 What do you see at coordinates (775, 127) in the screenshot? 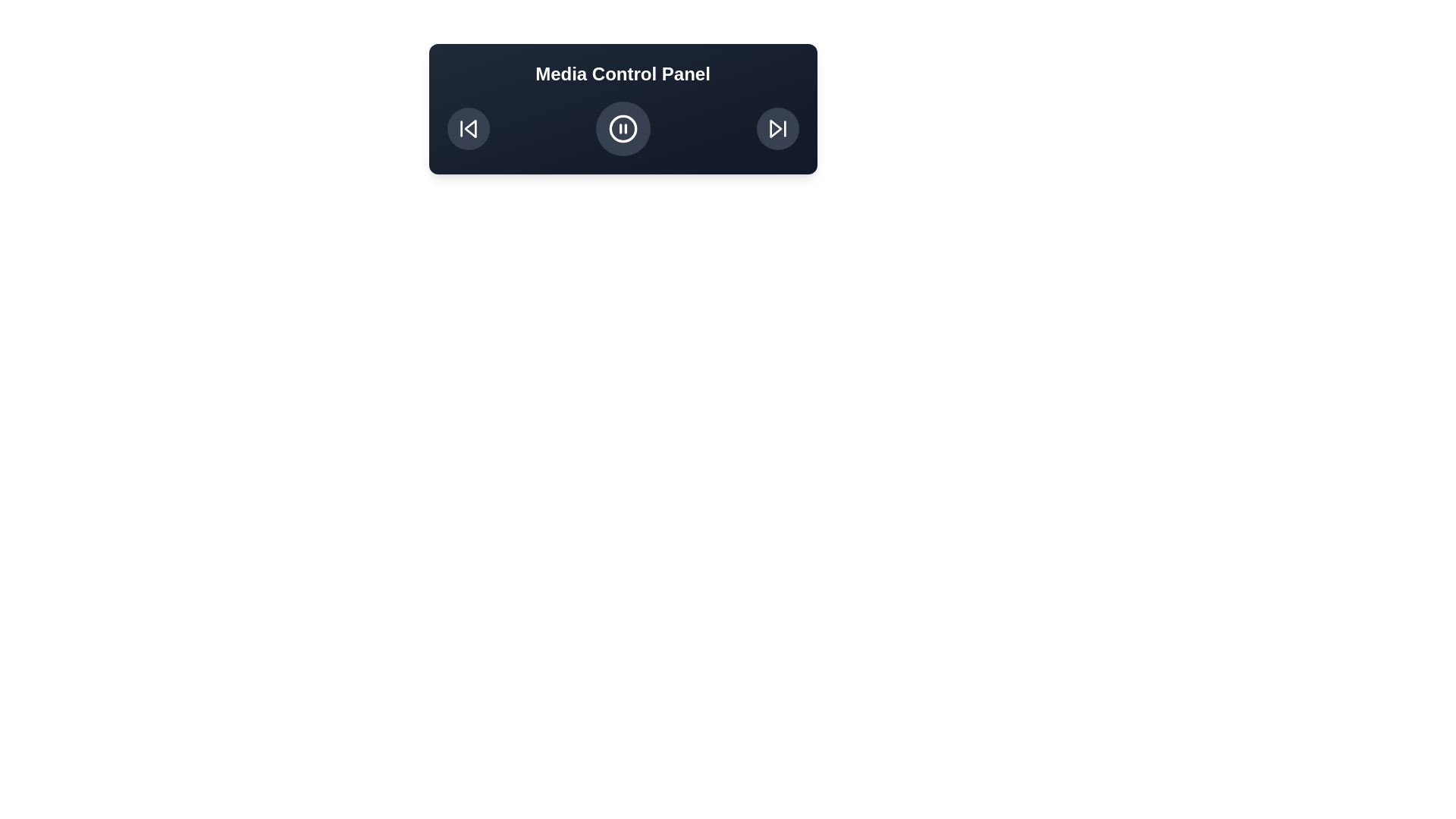
I see `the triangular decorative element within the rightmost button of the media control panel, which has a white outline and a darker background, located next to the 'Pause' button` at bounding box center [775, 127].